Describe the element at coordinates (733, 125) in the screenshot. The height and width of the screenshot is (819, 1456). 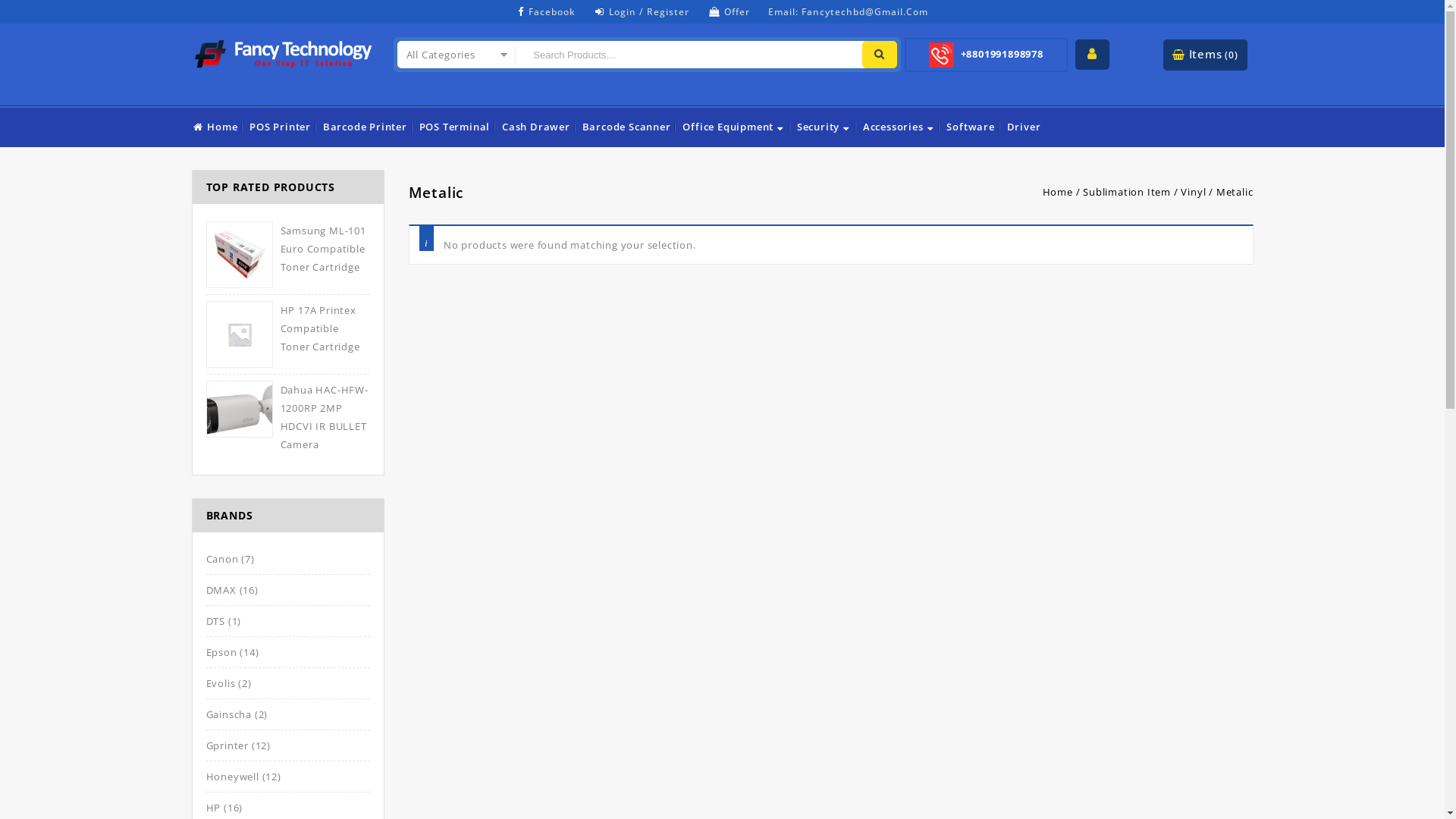
I see `'Office Equipment'` at that location.